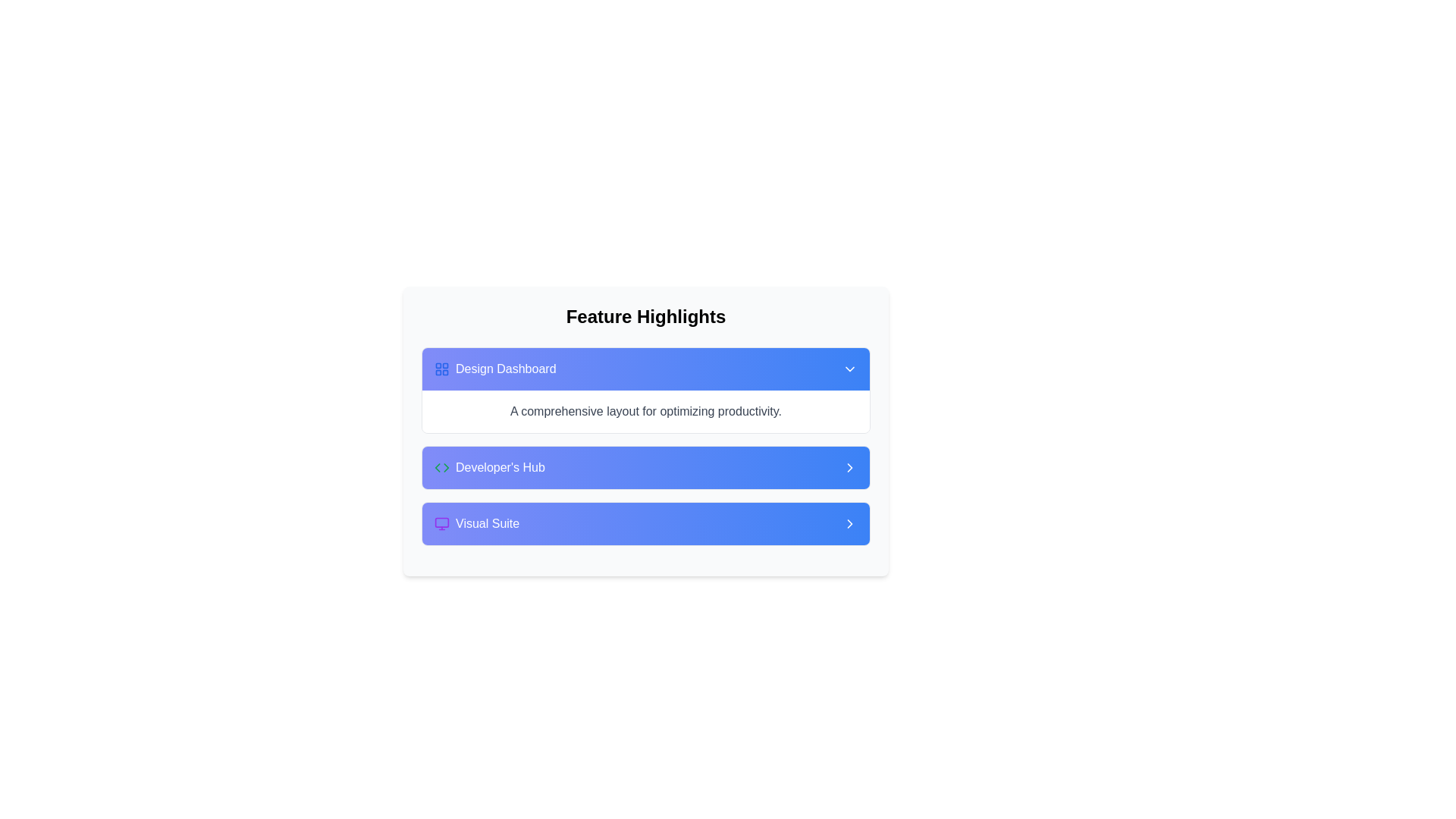 The width and height of the screenshot is (1456, 819). What do you see at coordinates (441, 522) in the screenshot?
I see `the decorative graphic element within the monitor icon associated with the 'Visual Suite' option, located to the left of the text in the third row of the feature list` at bounding box center [441, 522].